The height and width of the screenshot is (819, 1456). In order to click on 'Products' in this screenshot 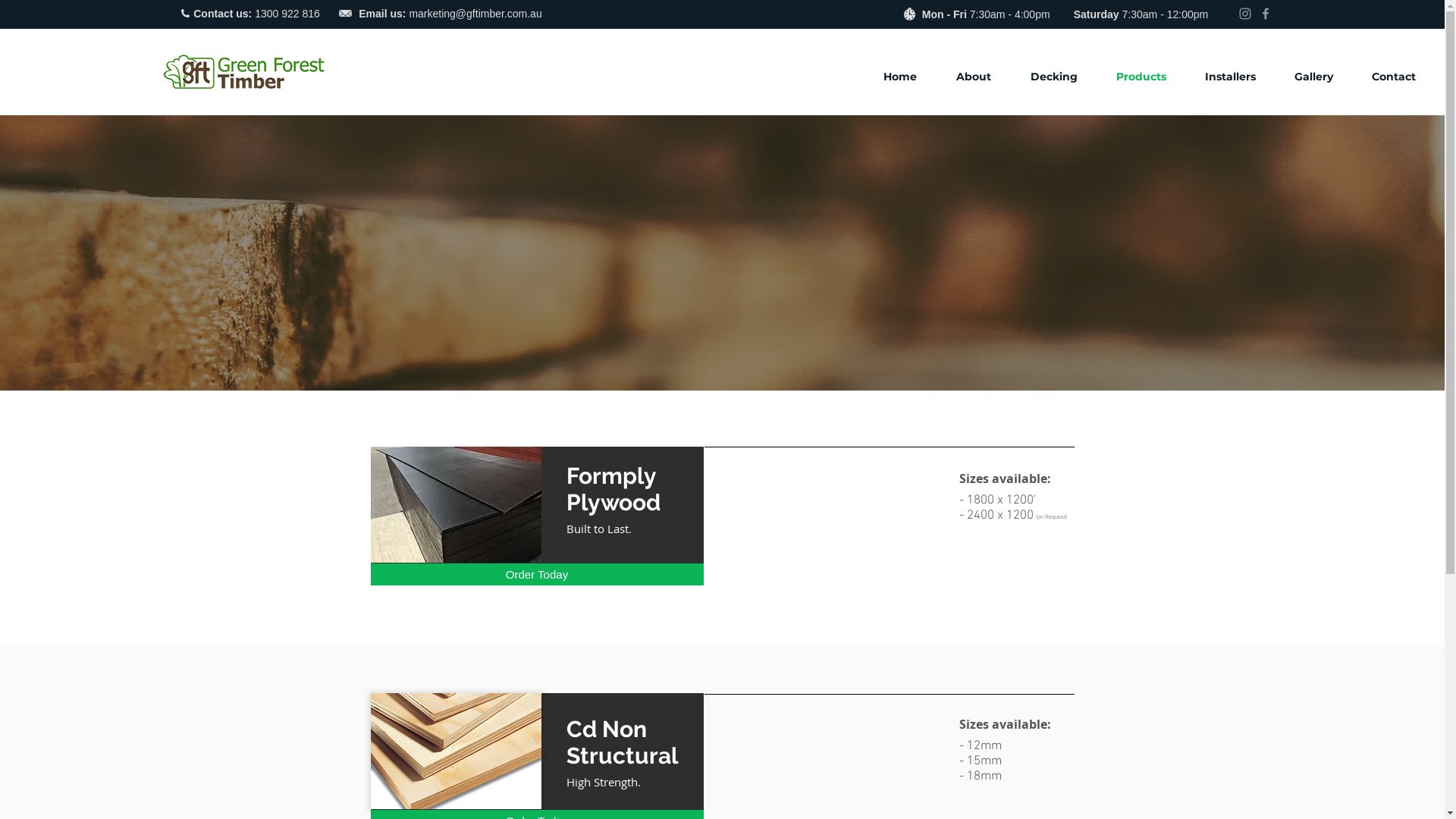, I will do `click(1149, 76)`.